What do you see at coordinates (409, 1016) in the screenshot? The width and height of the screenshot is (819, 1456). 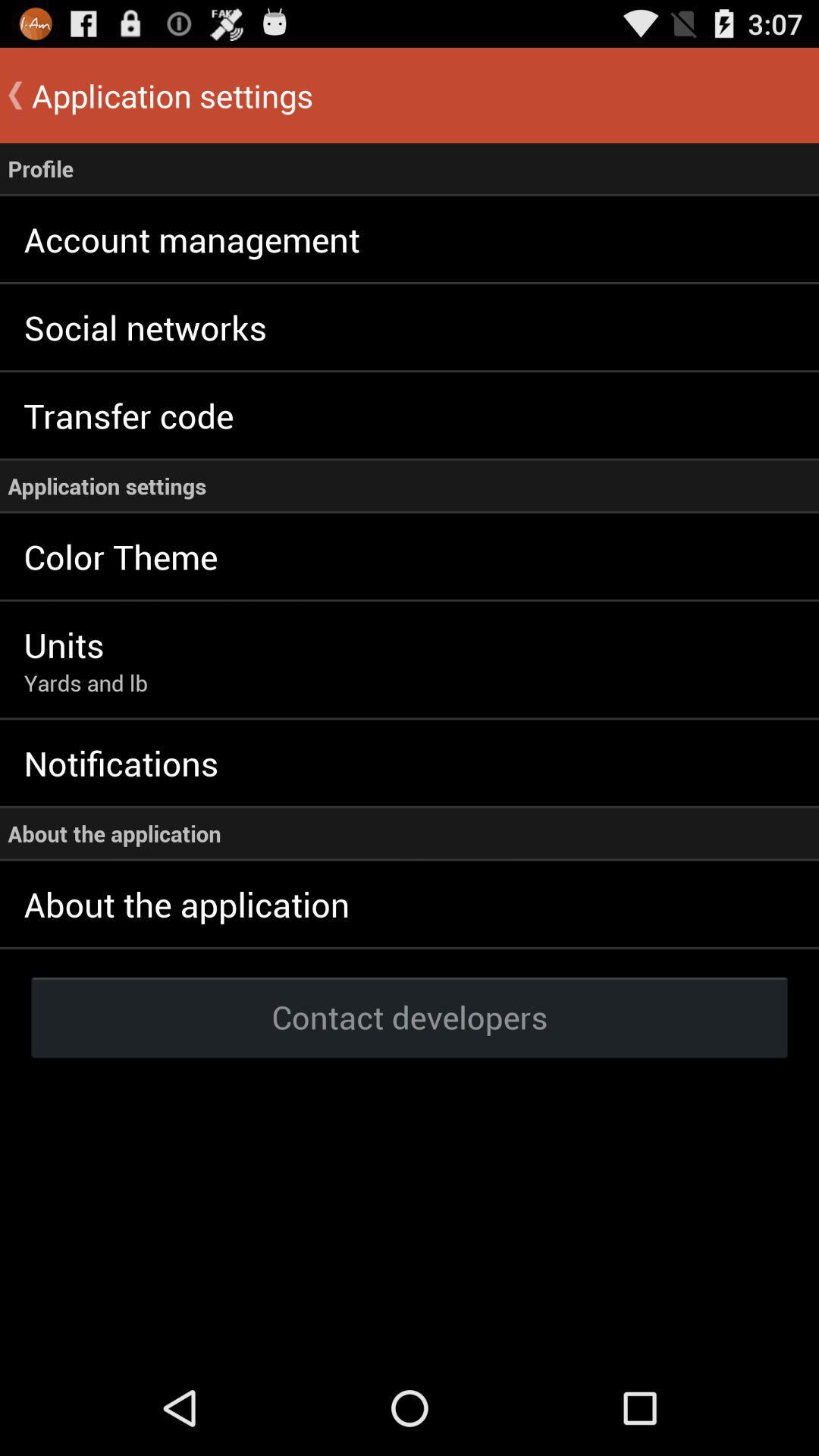 I see `the contact developers button` at bounding box center [409, 1016].